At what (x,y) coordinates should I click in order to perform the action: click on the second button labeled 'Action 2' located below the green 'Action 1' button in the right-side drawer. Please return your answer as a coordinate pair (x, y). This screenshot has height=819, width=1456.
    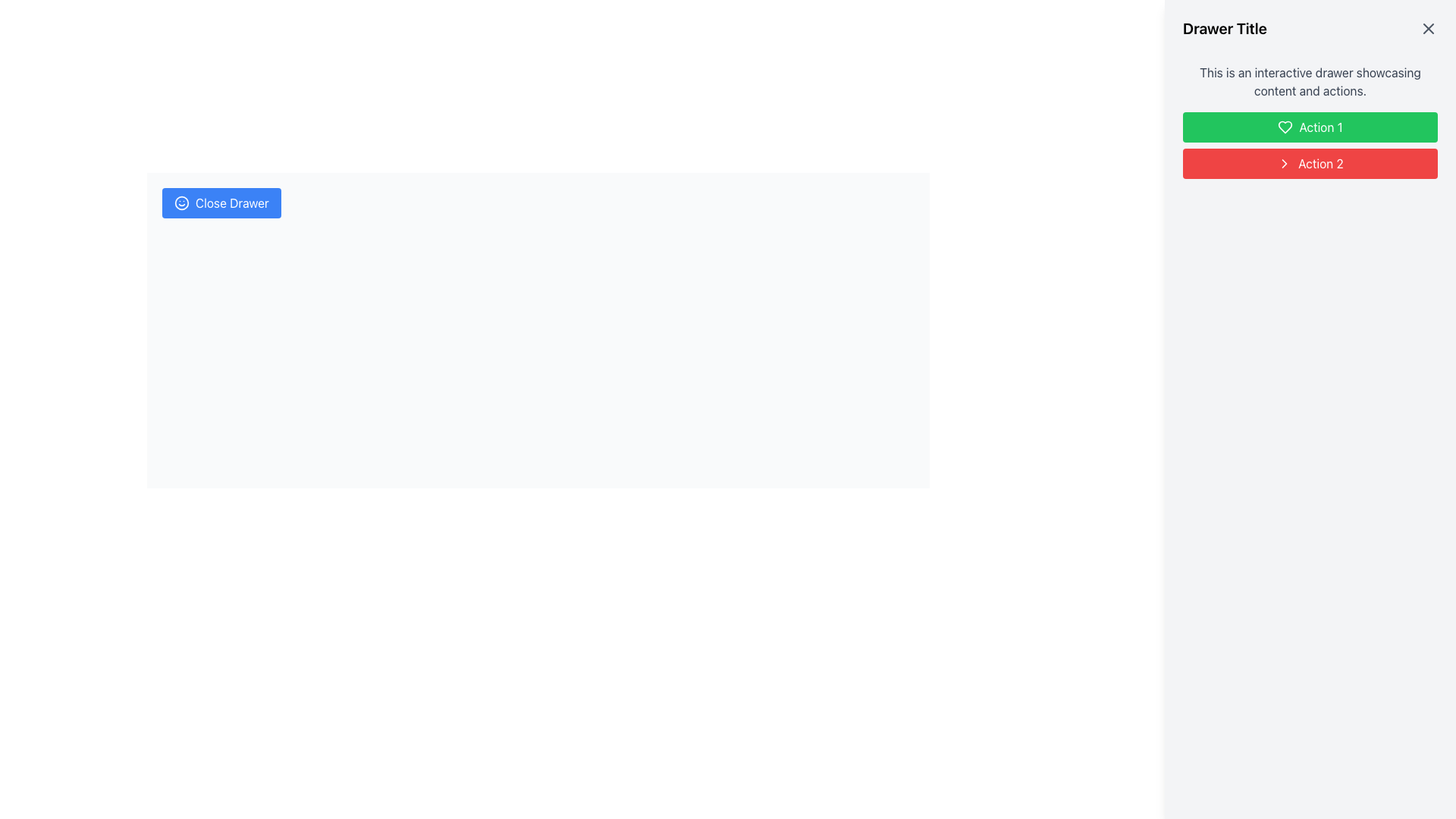
    Looking at the image, I should click on (1320, 164).